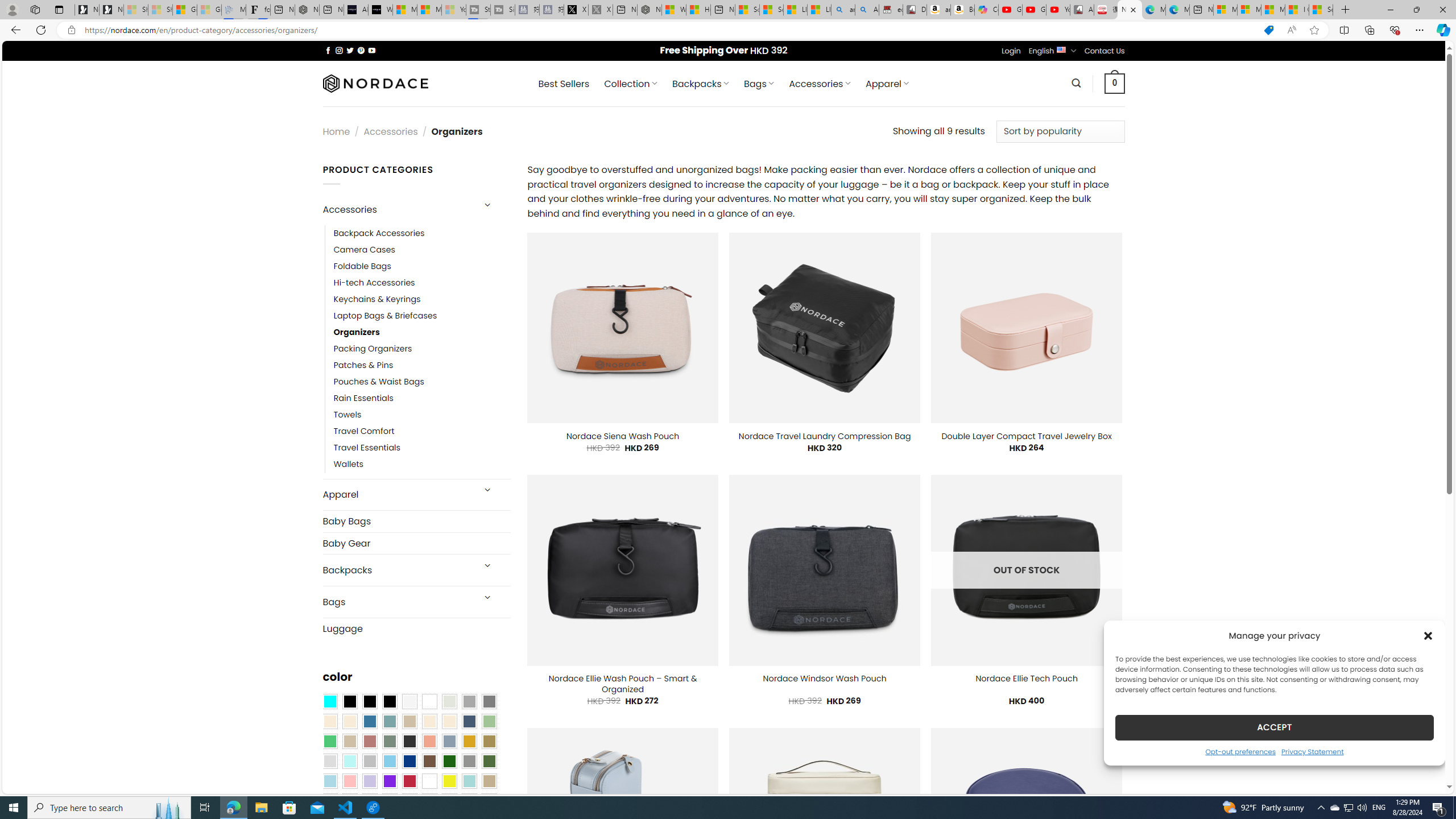  Describe the element at coordinates (698, 9) in the screenshot. I see `'Huge shark washes ashore at New York City beach | Watch'` at that location.